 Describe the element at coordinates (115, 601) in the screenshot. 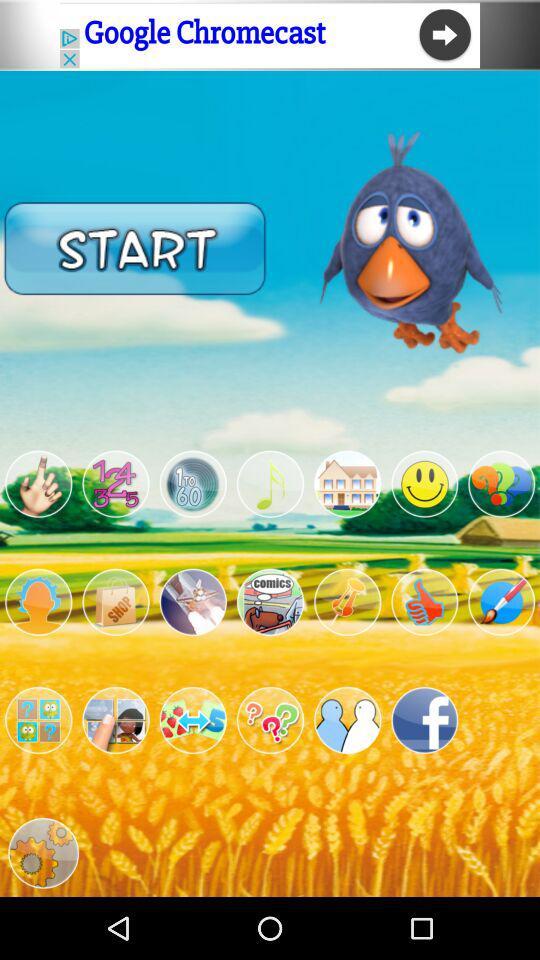

I see `shop` at that location.